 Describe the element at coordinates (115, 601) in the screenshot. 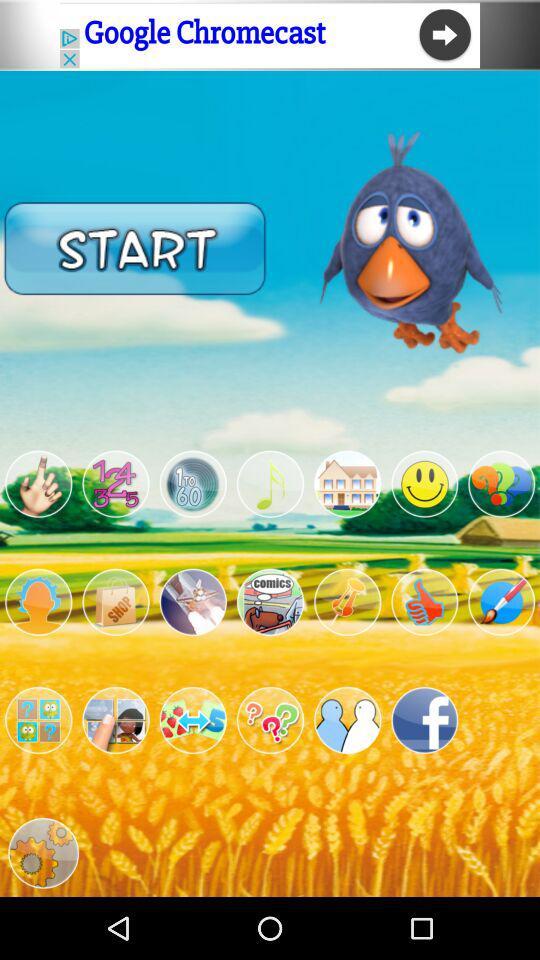

I see `shop` at that location.